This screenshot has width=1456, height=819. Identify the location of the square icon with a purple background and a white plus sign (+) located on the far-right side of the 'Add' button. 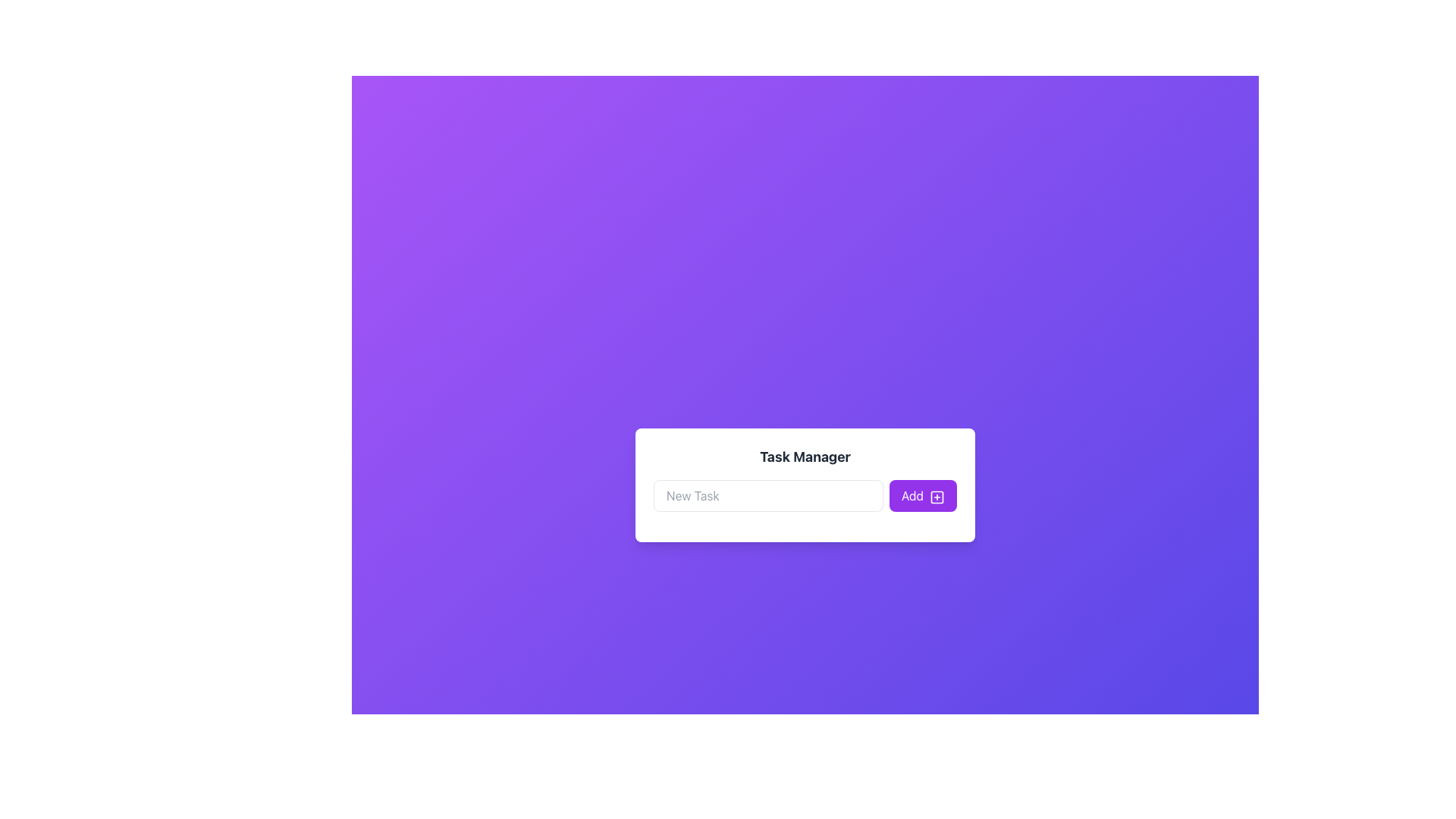
(937, 497).